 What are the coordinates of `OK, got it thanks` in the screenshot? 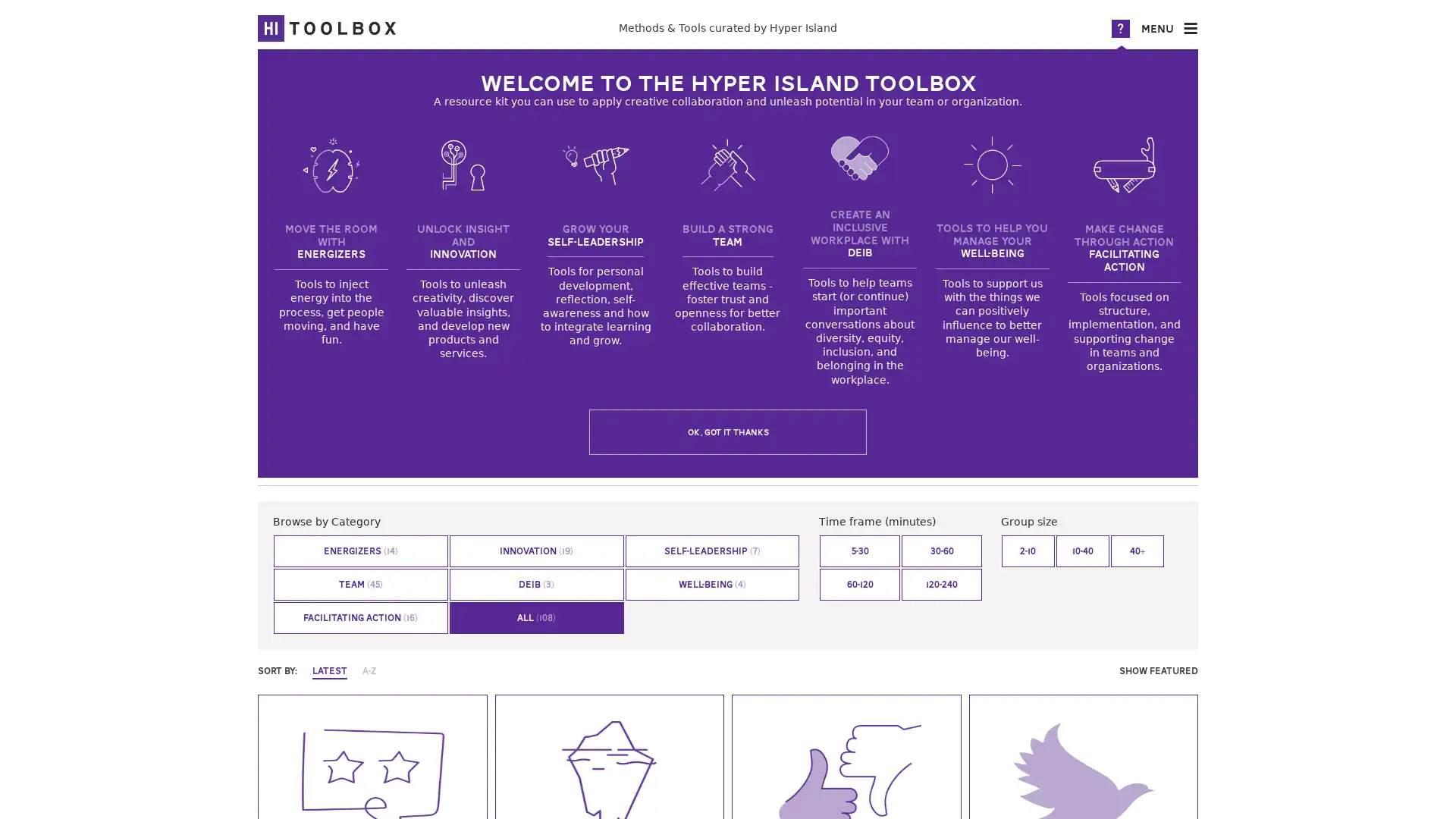 It's located at (728, 431).